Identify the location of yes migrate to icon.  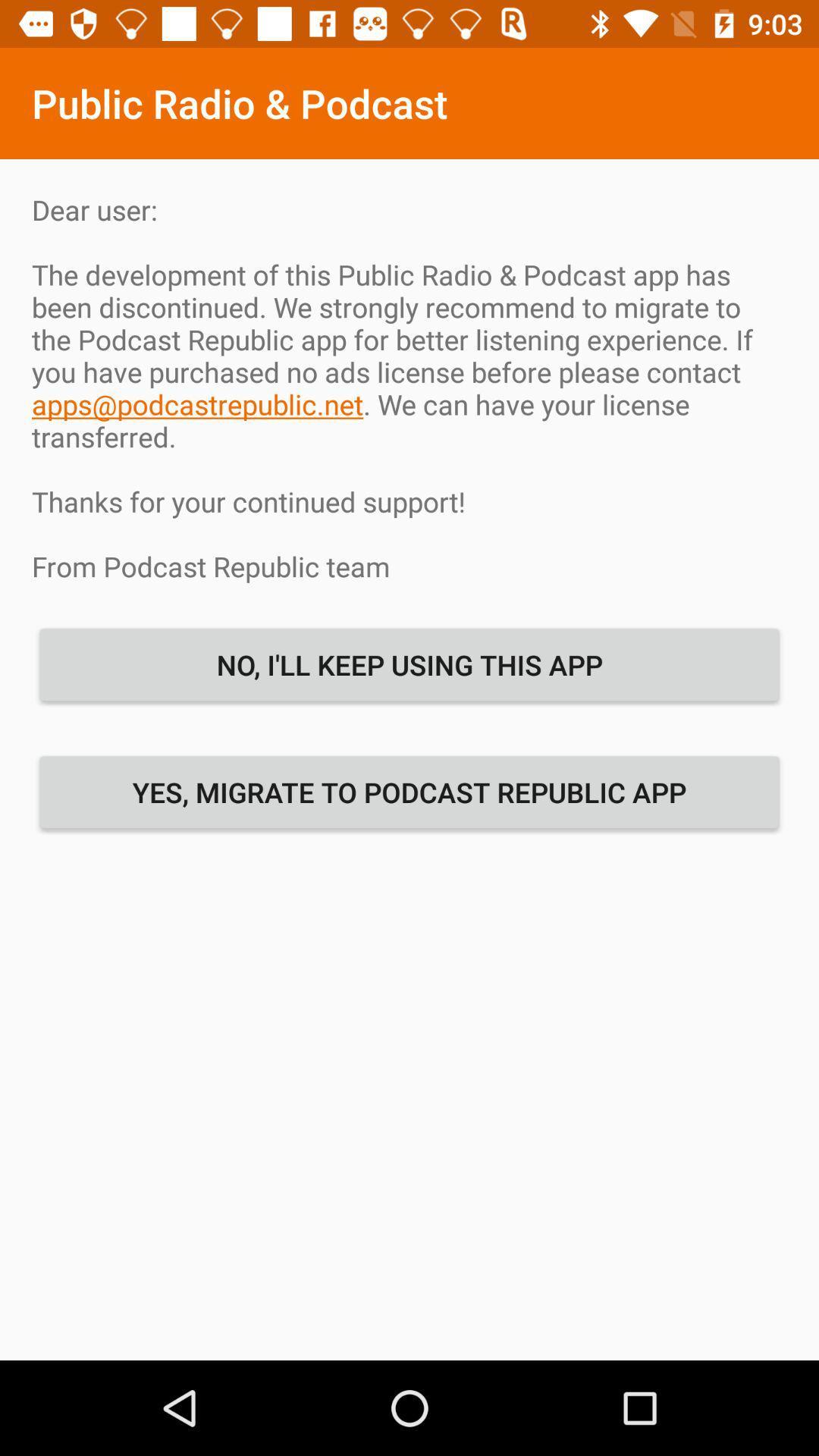
(409, 791).